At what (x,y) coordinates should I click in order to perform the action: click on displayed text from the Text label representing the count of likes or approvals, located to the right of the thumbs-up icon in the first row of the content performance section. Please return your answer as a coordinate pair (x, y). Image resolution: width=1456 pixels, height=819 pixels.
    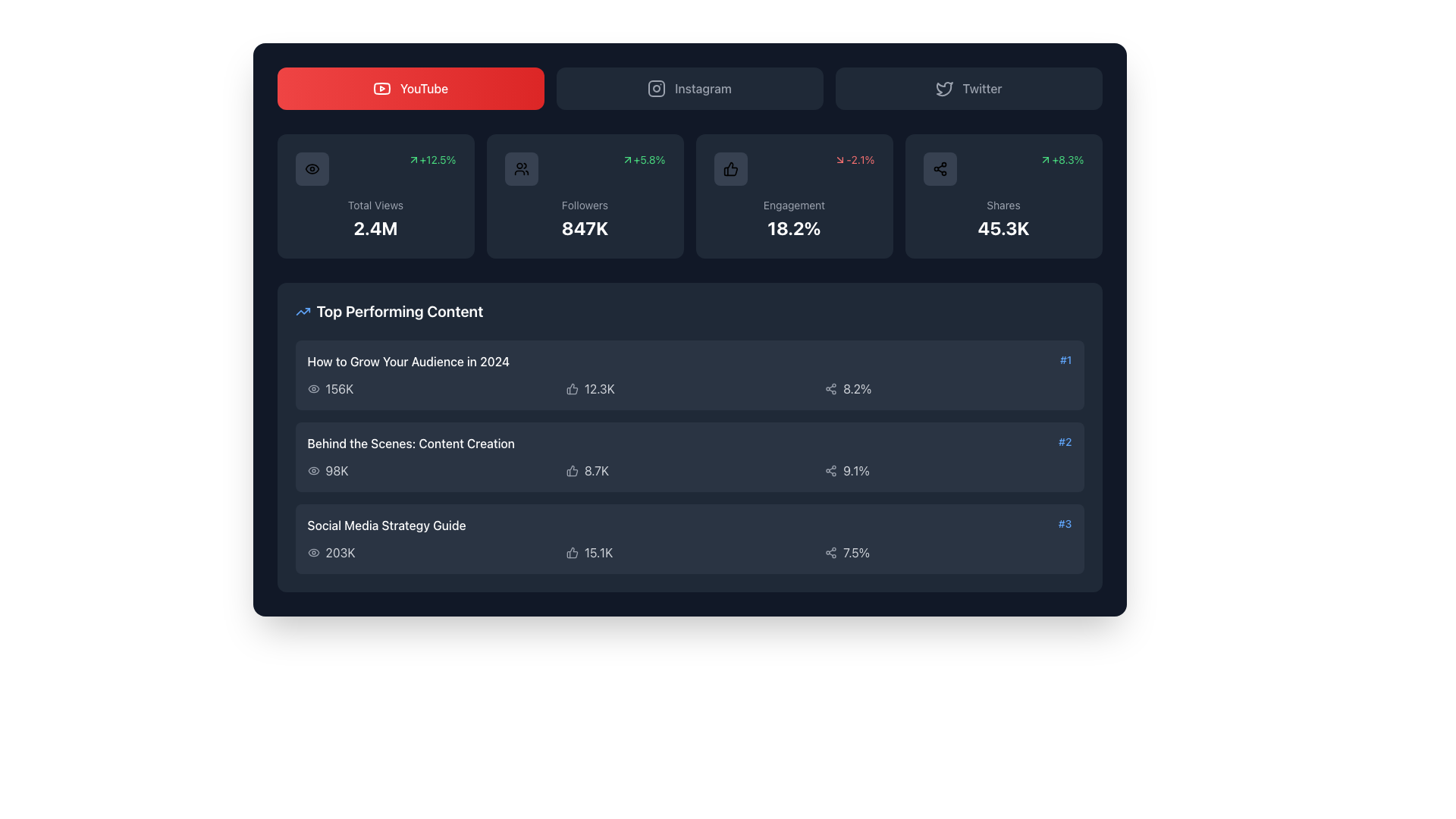
    Looking at the image, I should click on (598, 388).